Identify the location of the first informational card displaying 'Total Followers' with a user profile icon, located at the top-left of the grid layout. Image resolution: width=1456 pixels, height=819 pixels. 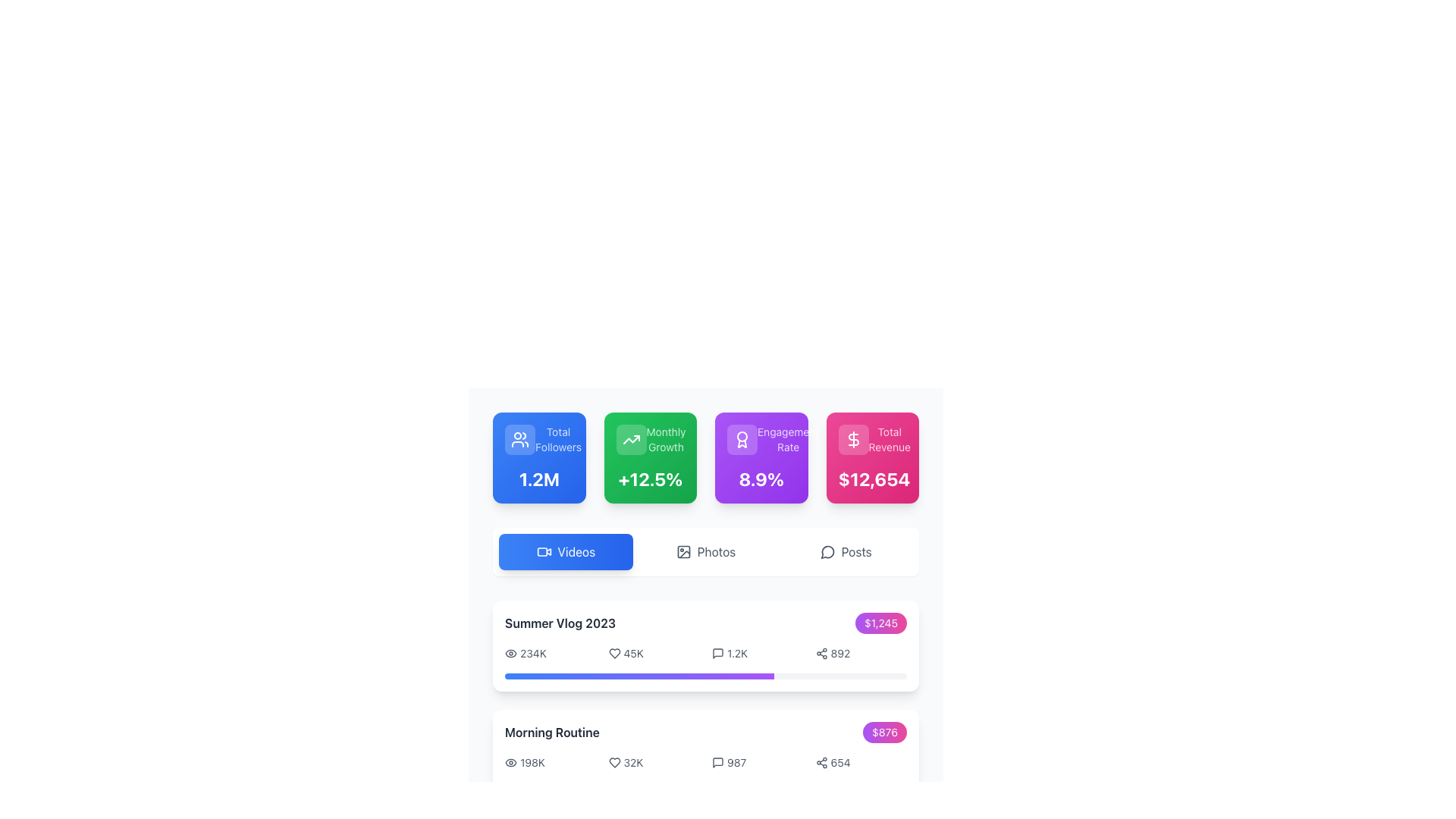
(539, 457).